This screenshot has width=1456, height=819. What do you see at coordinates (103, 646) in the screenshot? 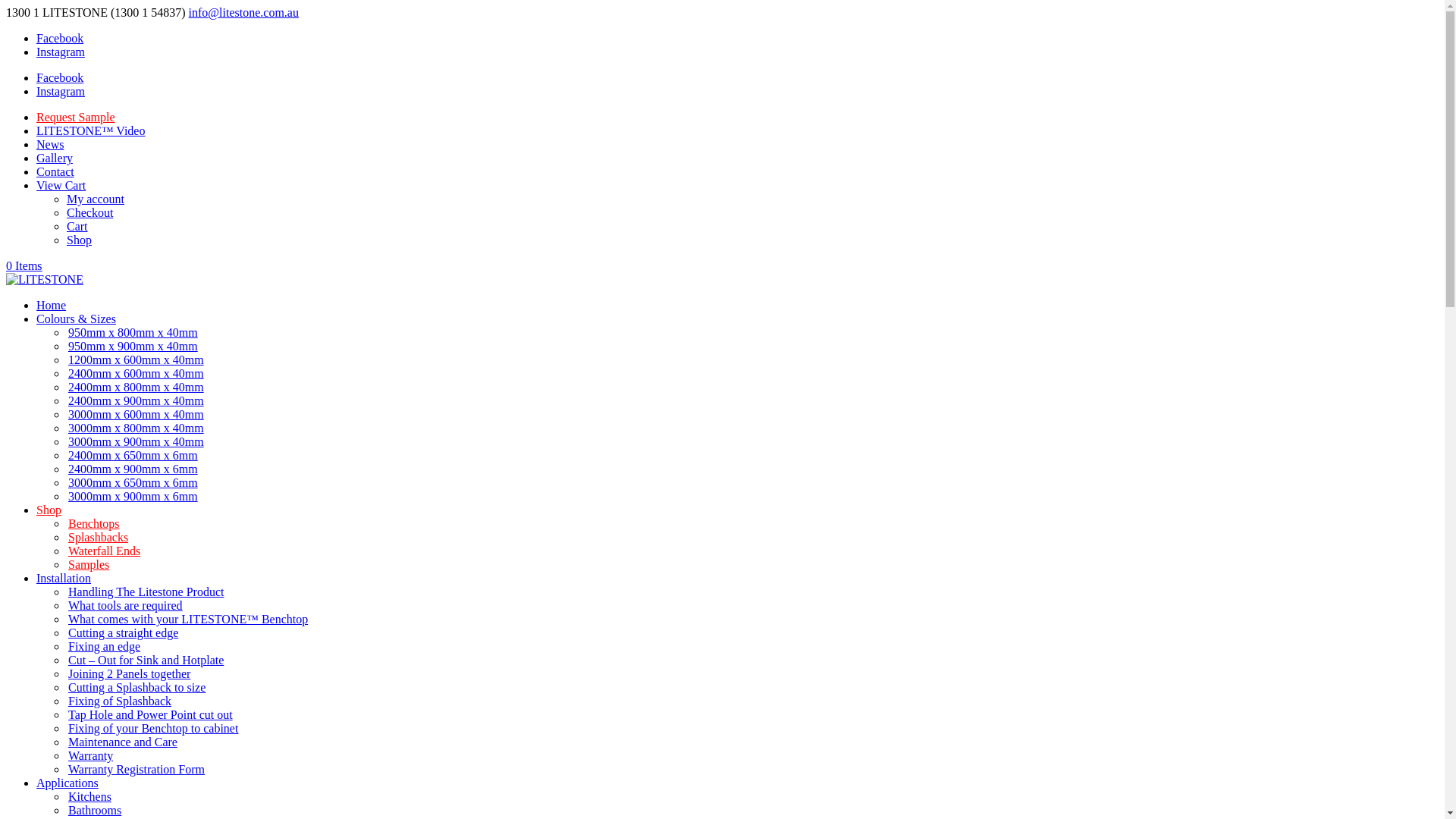
I see `'Fixing an edge'` at bounding box center [103, 646].